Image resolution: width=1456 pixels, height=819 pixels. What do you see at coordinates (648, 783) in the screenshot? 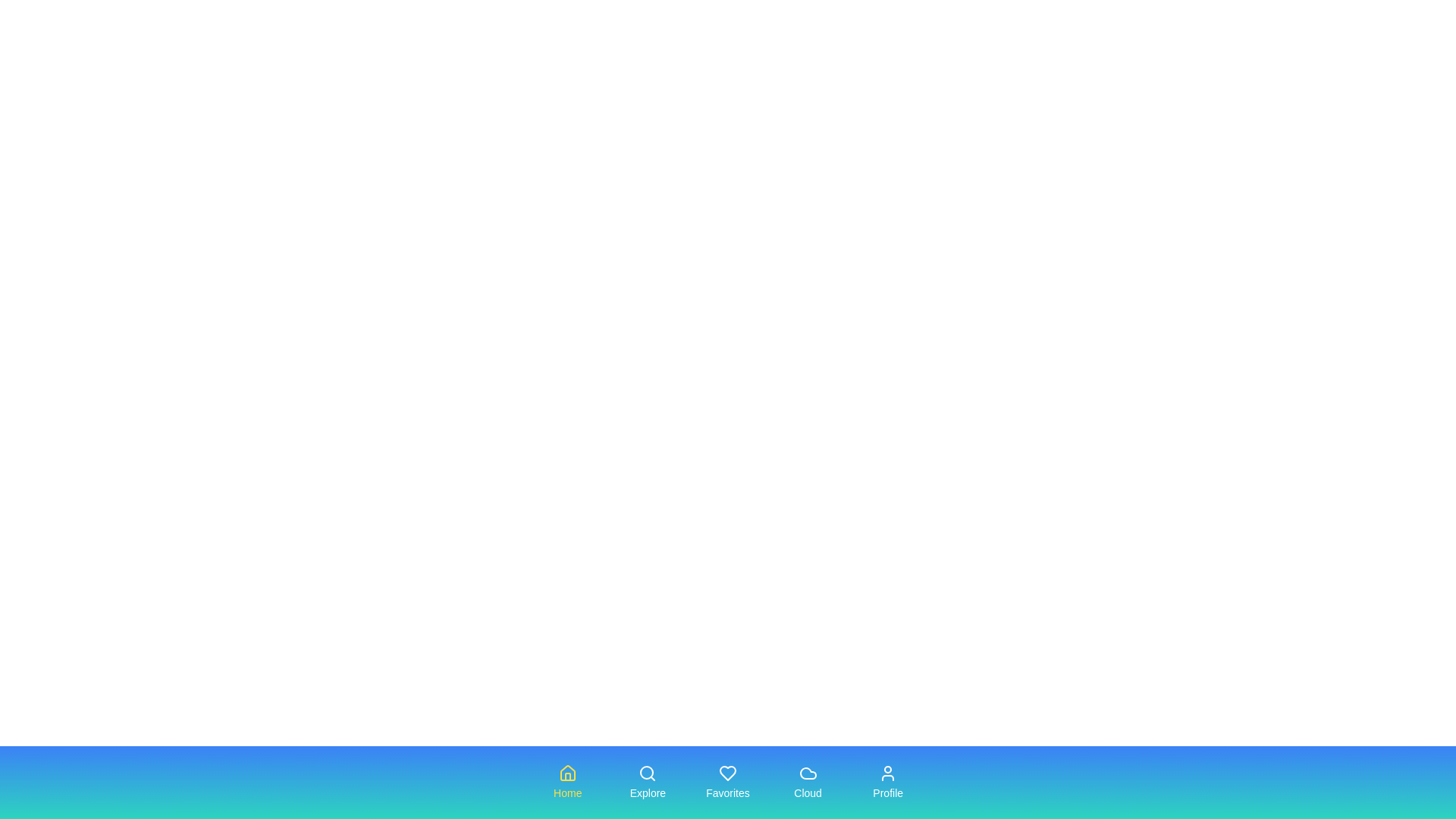
I see `the tab labeled Explore` at bounding box center [648, 783].